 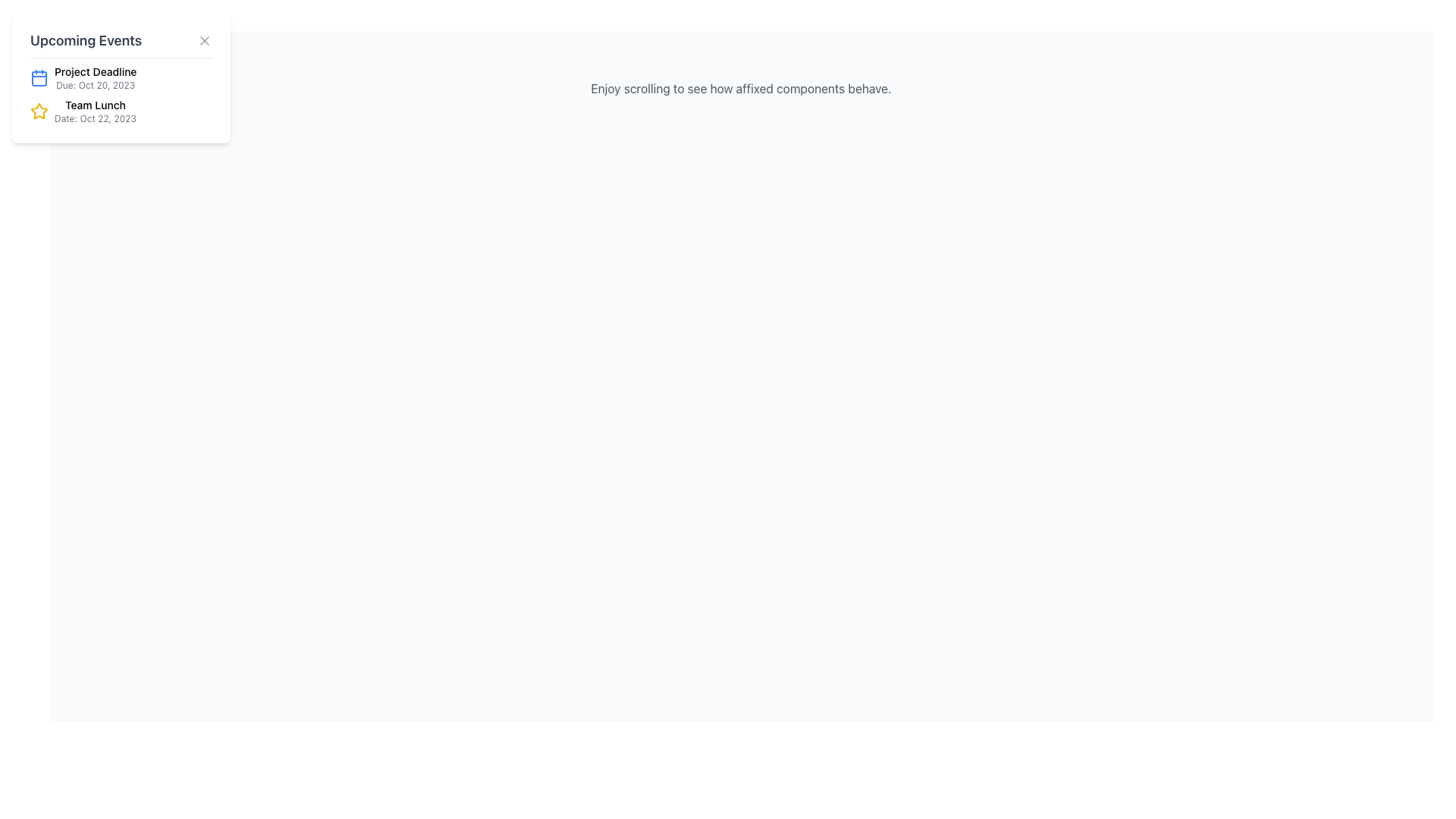 I want to click on the yellow star-shaped icon, which is the leftmost component of the list item labeled 'Team Lunch Date: Oct 22, 2023' in the 'Upcoming Events' section, so click(x=39, y=110).